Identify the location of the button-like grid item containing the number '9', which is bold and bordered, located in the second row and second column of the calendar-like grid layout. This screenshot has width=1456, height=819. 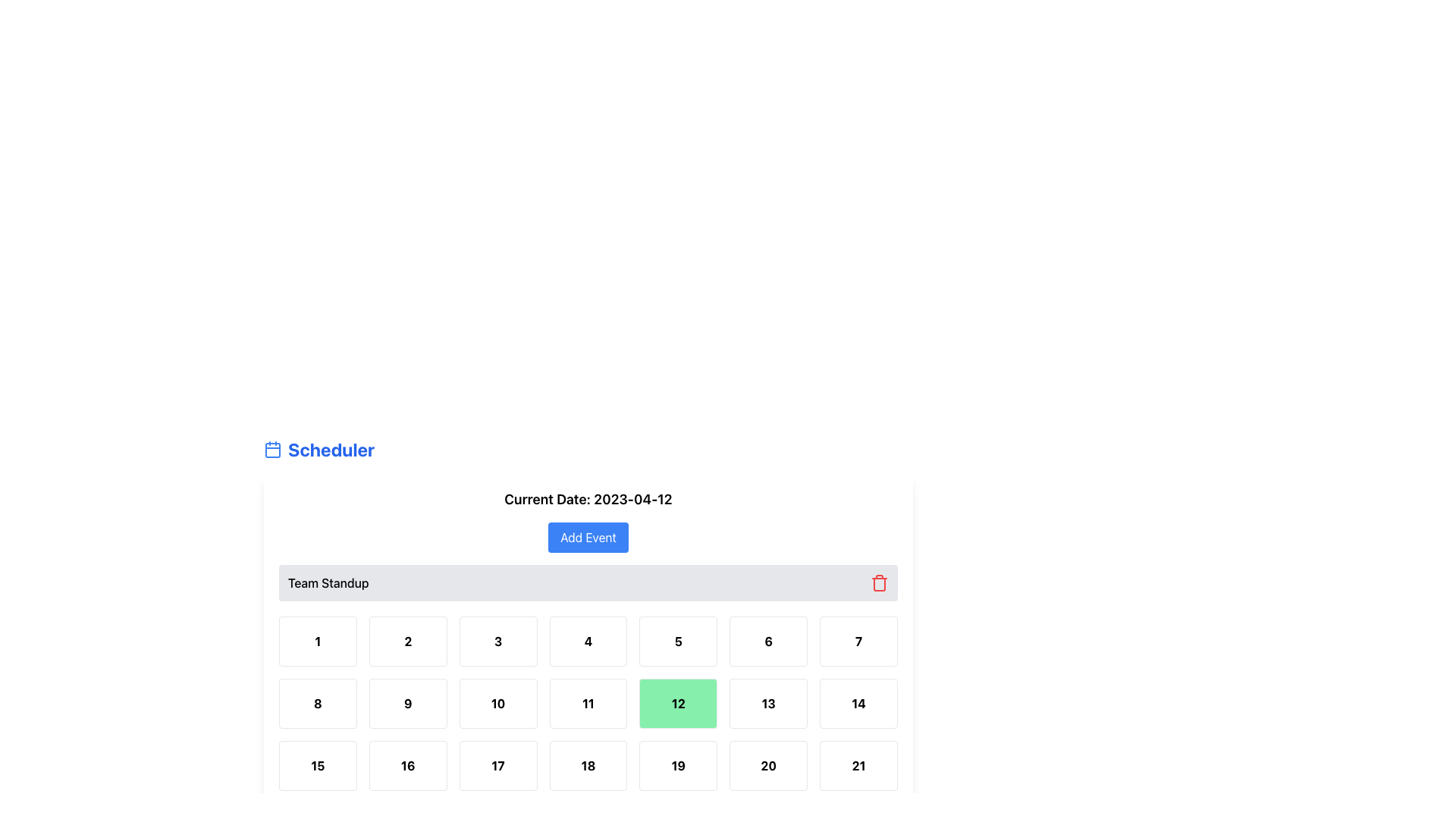
(408, 704).